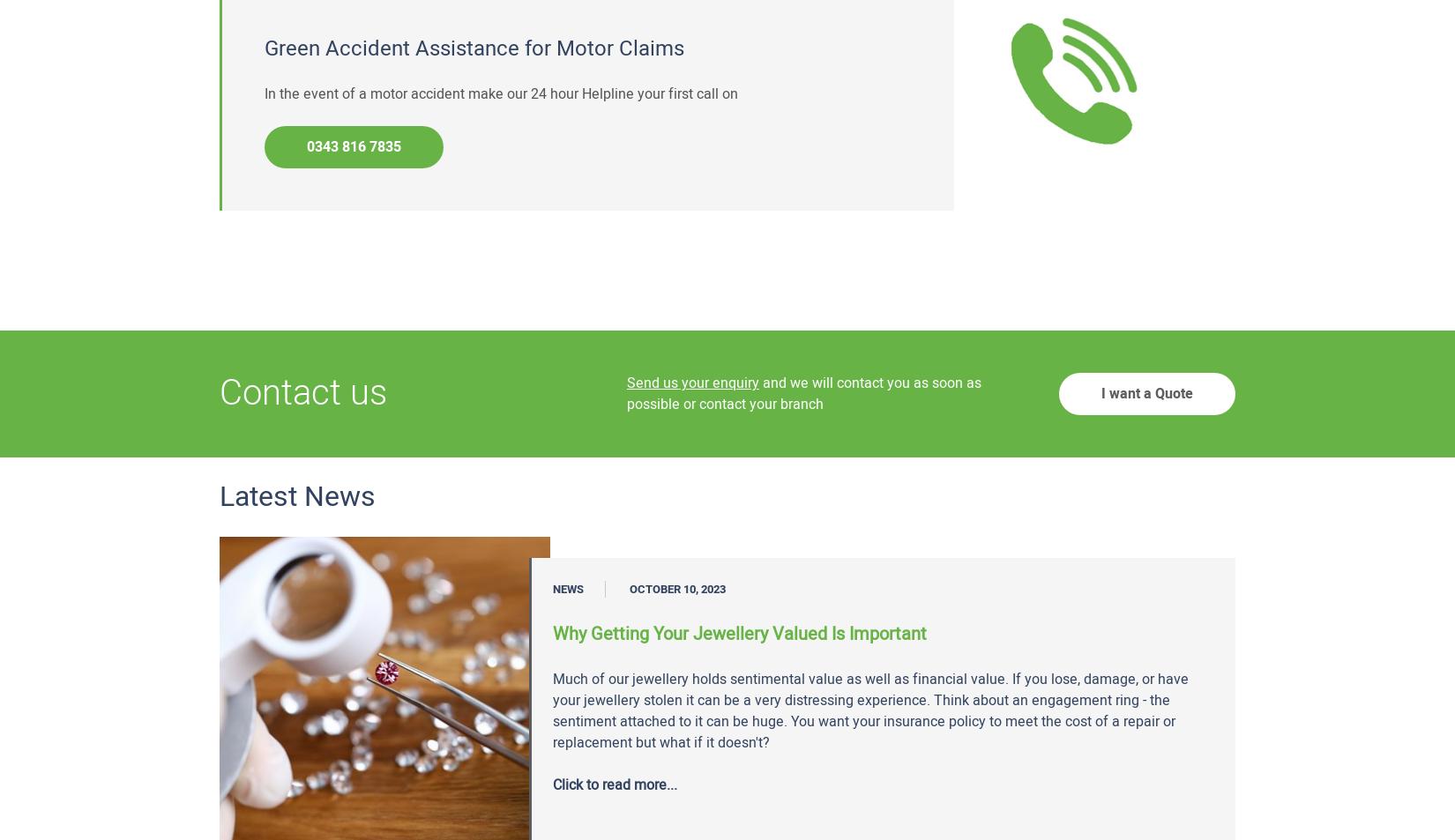  What do you see at coordinates (740, 634) in the screenshot?
I see `'Why Getting Your Jewellery Valued Is Important'` at bounding box center [740, 634].